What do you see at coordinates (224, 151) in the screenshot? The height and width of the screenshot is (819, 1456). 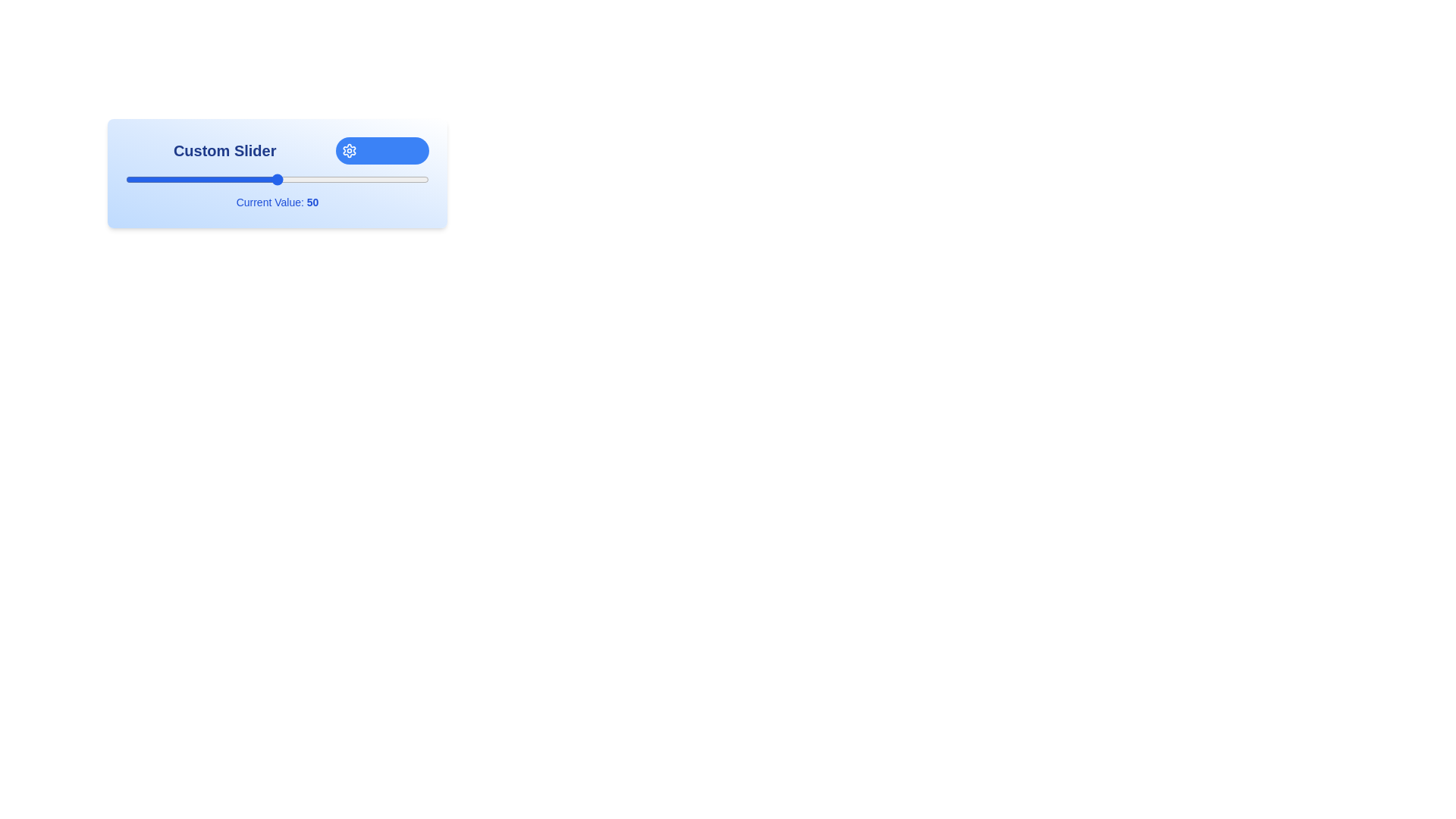 I see `the title label that indicates the purpose of the surrounding UI, located to the left of a circular button and a settings icon` at bounding box center [224, 151].